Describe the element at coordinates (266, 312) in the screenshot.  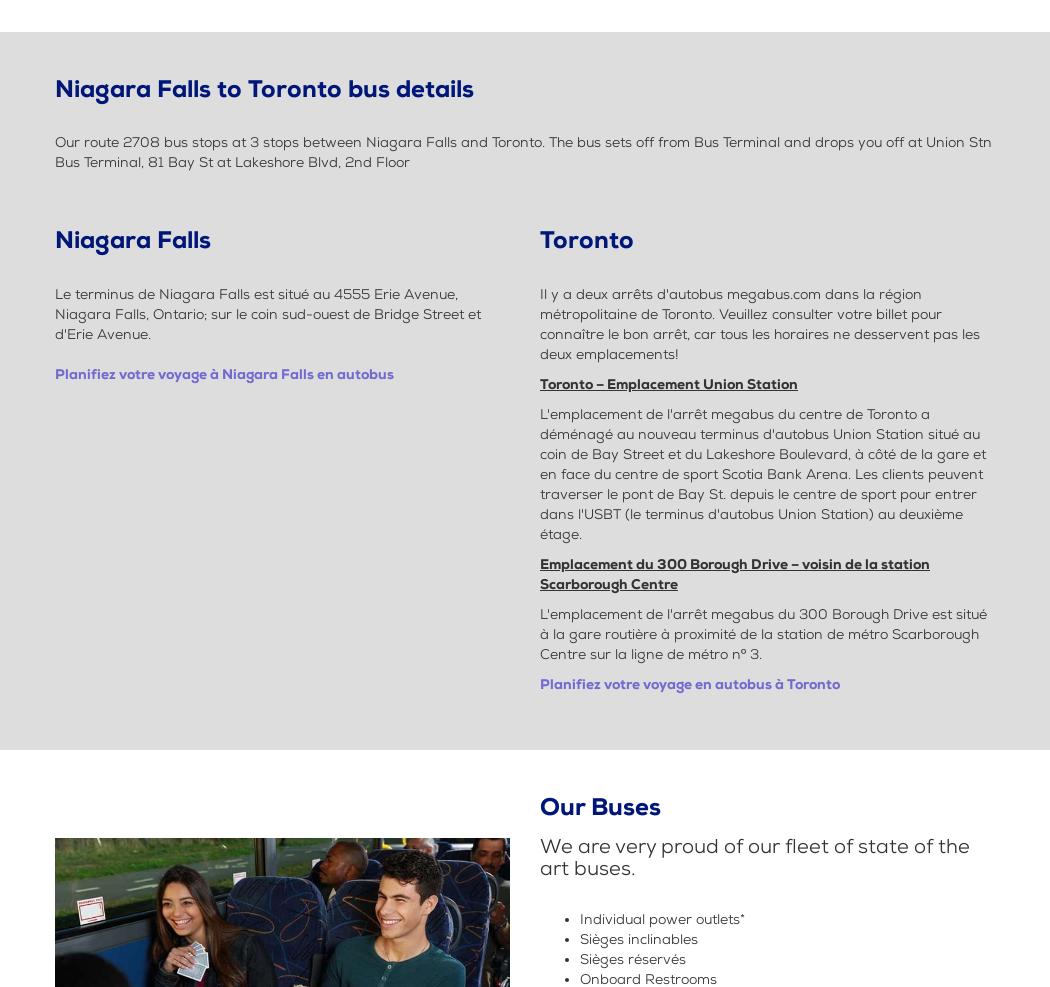
I see `'Le terminus de Niagara Falls est situé au 4555 Erie Avenue, Niagara Falls, Ontario; sur le coin sud-ouest de Bridge Street et d'Erie Avenue.'` at that location.